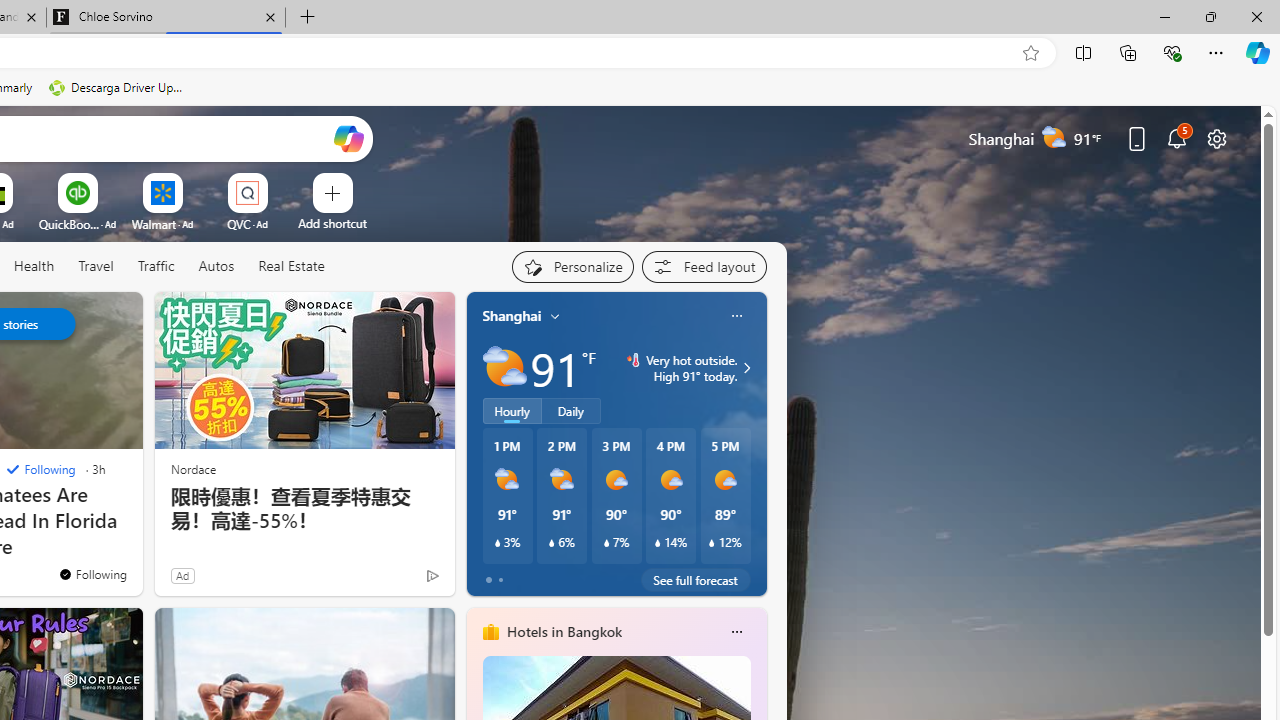 The width and height of the screenshot is (1280, 720). What do you see at coordinates (1176, 137) in the screenshot?
I see `'Notifications'` at bounding box center [1176, 137].